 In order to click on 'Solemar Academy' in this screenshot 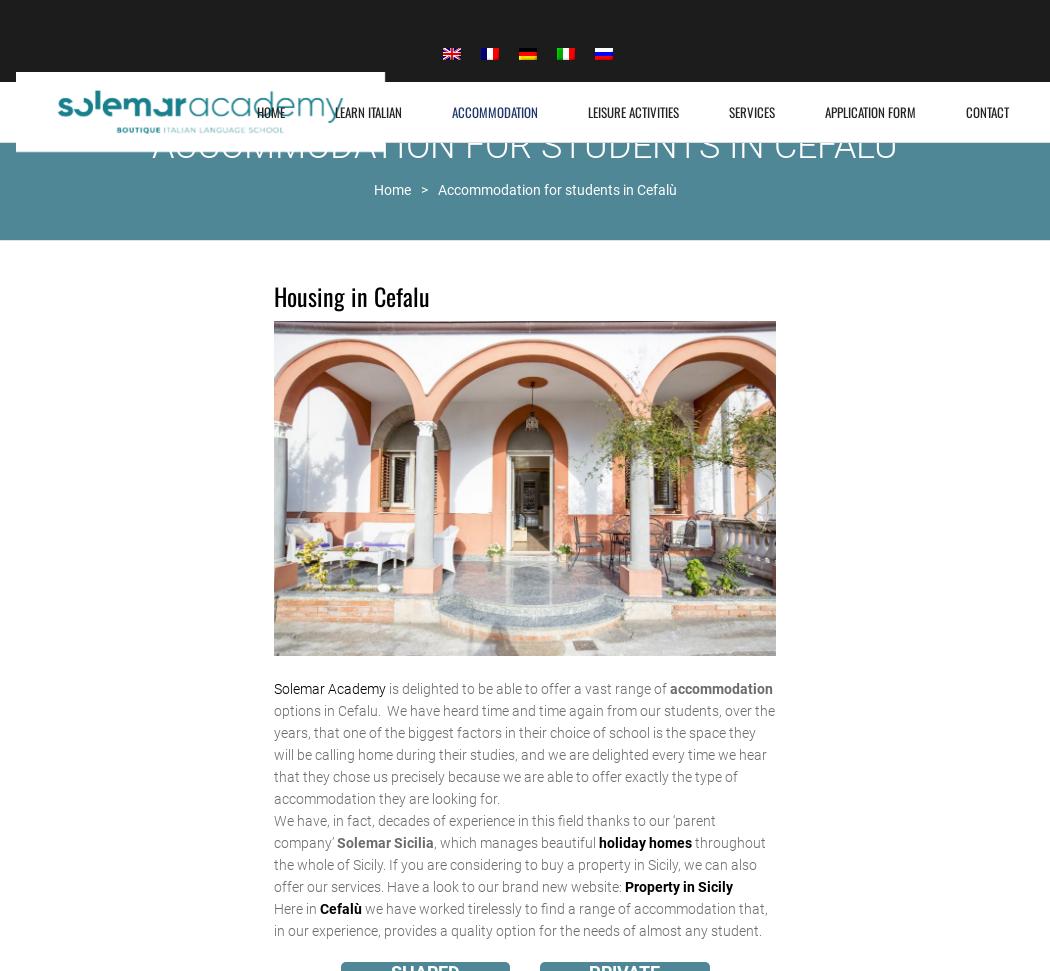, I will do `click(328, 687)`.